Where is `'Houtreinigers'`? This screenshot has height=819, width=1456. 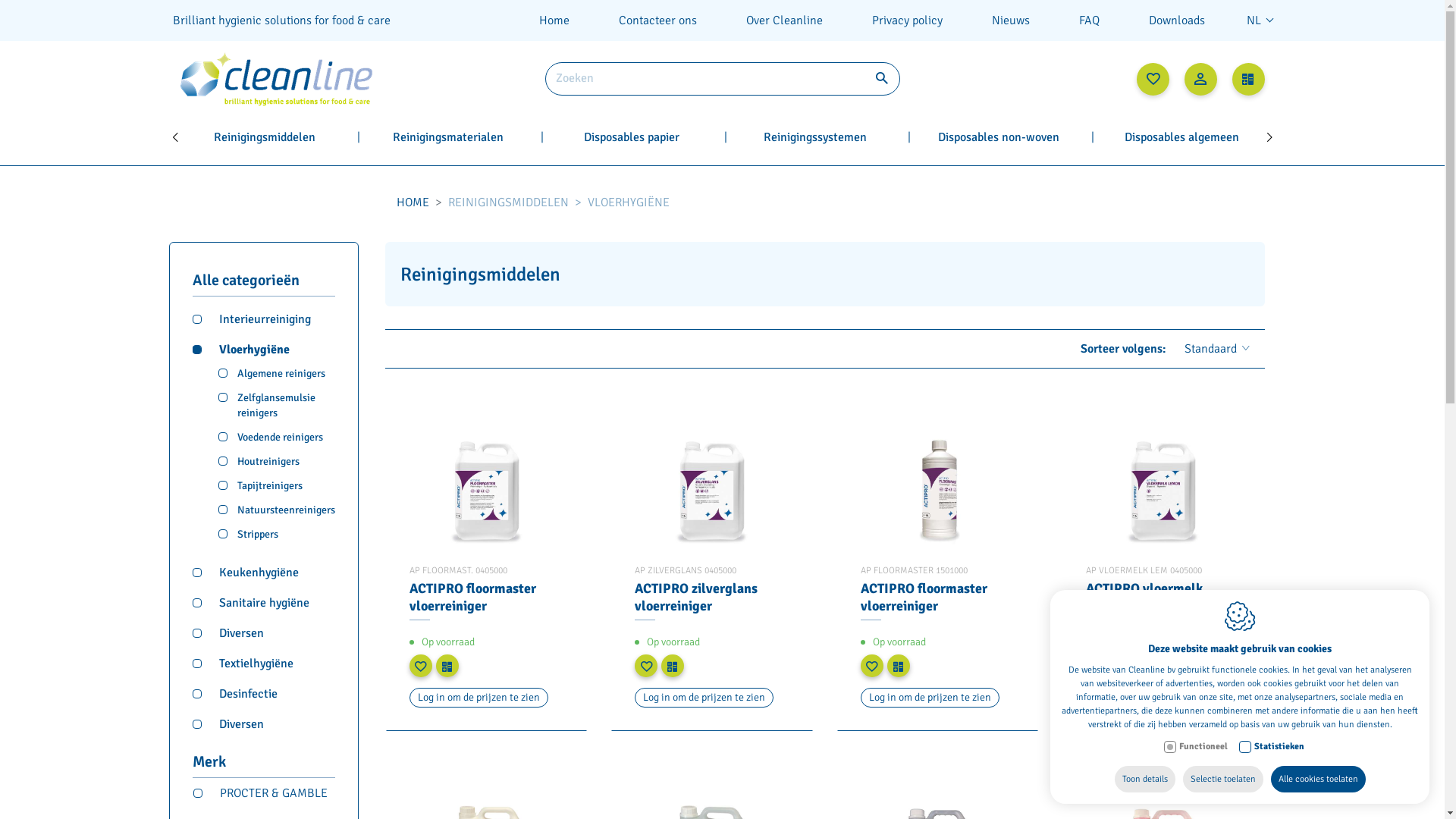 'Houtreinigers' is located at coordinates (276, 456).